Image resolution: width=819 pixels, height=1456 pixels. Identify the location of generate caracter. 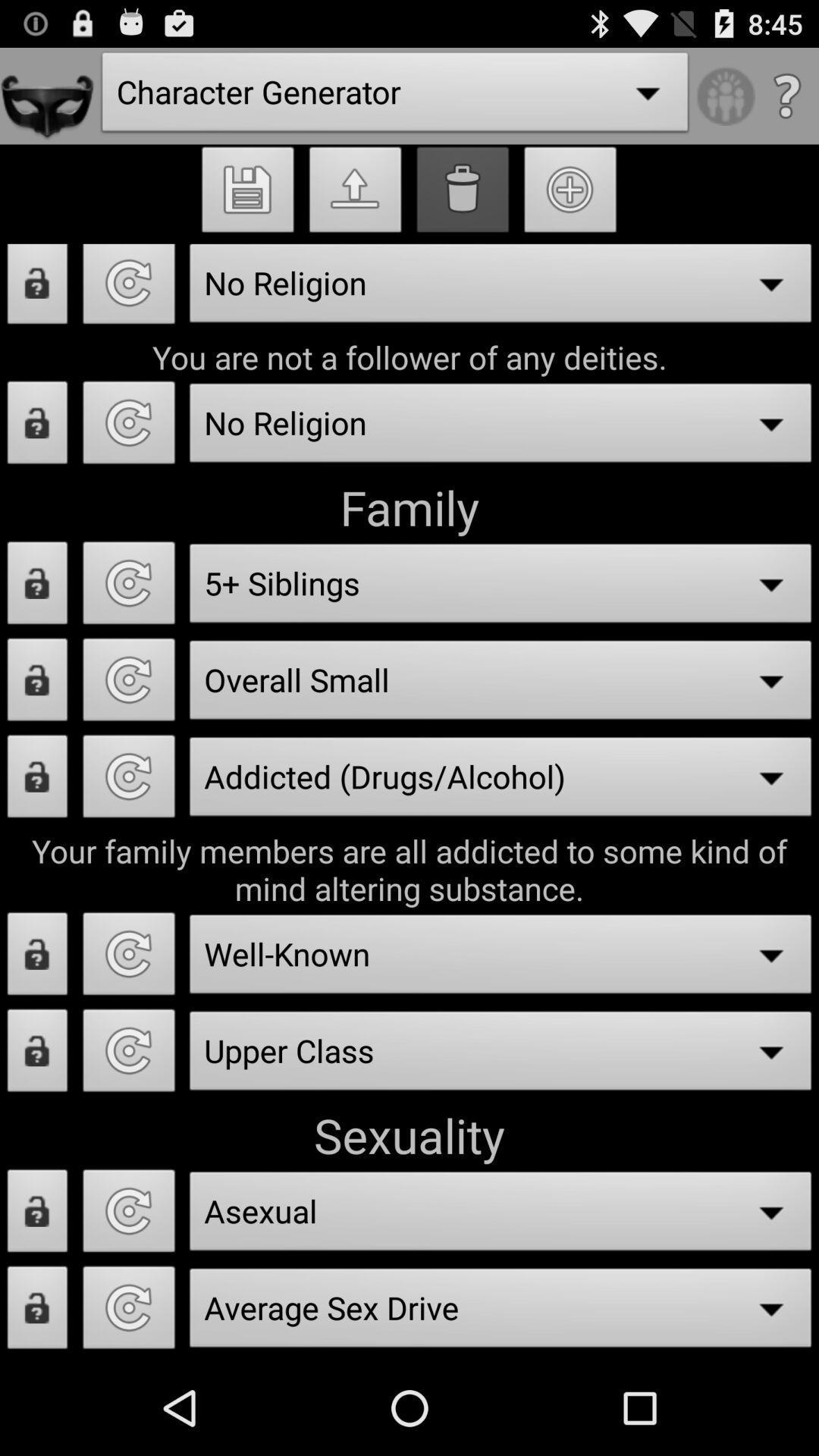
(128, 1215).